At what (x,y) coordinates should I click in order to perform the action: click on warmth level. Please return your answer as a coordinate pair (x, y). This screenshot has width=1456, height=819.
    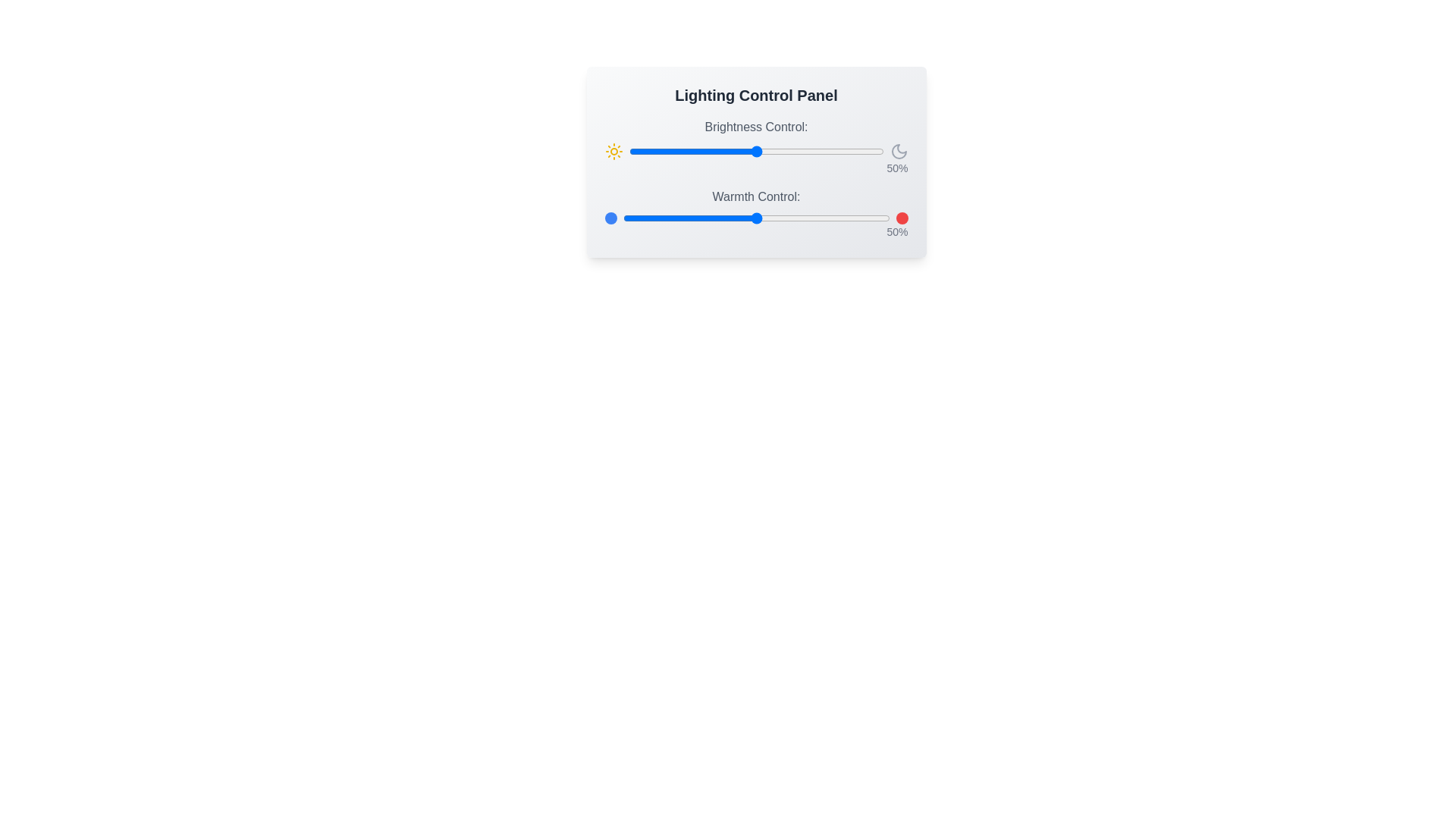
    Looking at the image, I should click on (732, 218).